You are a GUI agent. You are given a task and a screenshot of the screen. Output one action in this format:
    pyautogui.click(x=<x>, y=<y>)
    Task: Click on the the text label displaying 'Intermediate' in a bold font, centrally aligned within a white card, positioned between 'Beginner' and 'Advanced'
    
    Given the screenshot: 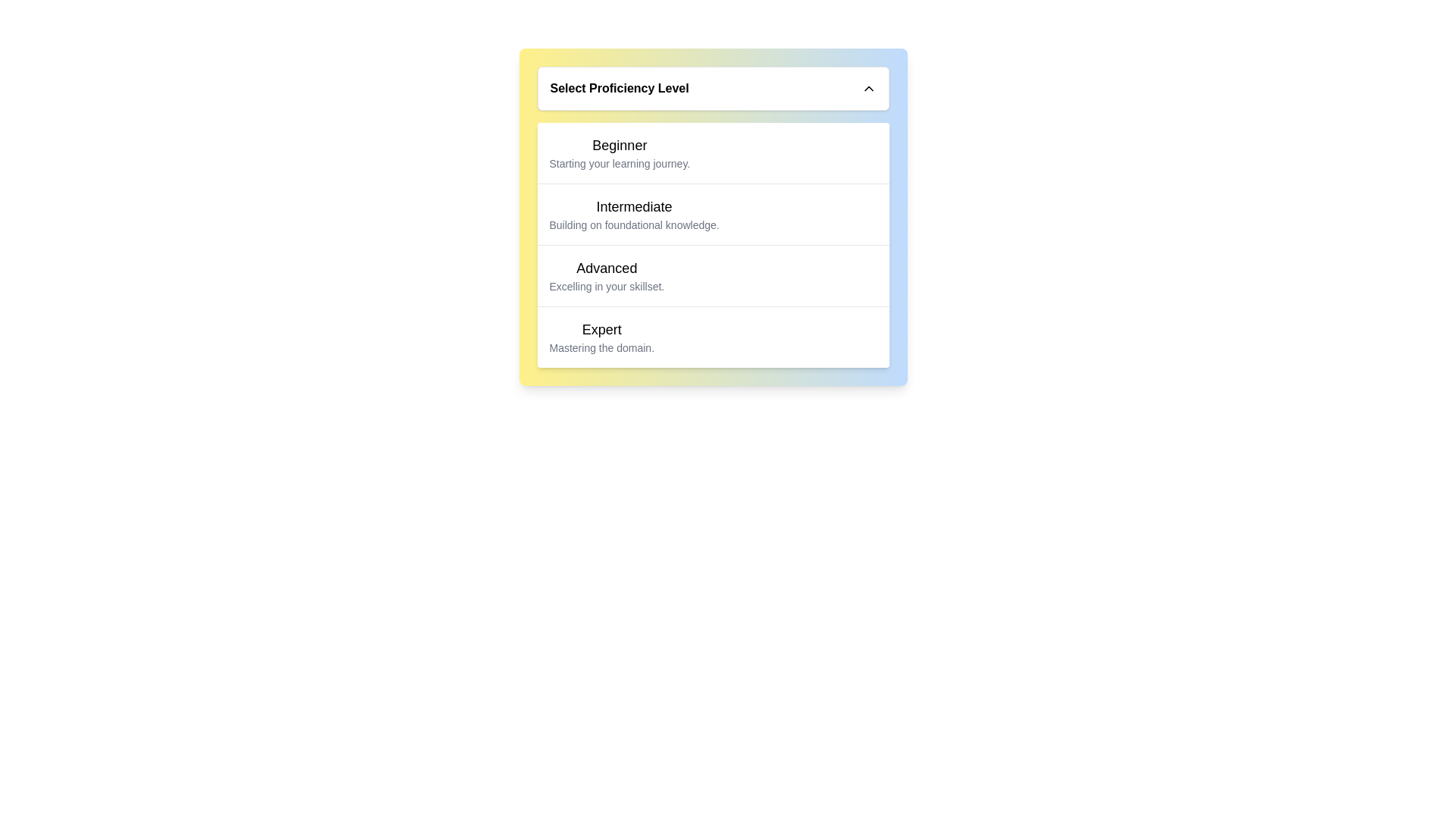 What is the action you would take?
    pyautogui.click(x=634, y=207)
    